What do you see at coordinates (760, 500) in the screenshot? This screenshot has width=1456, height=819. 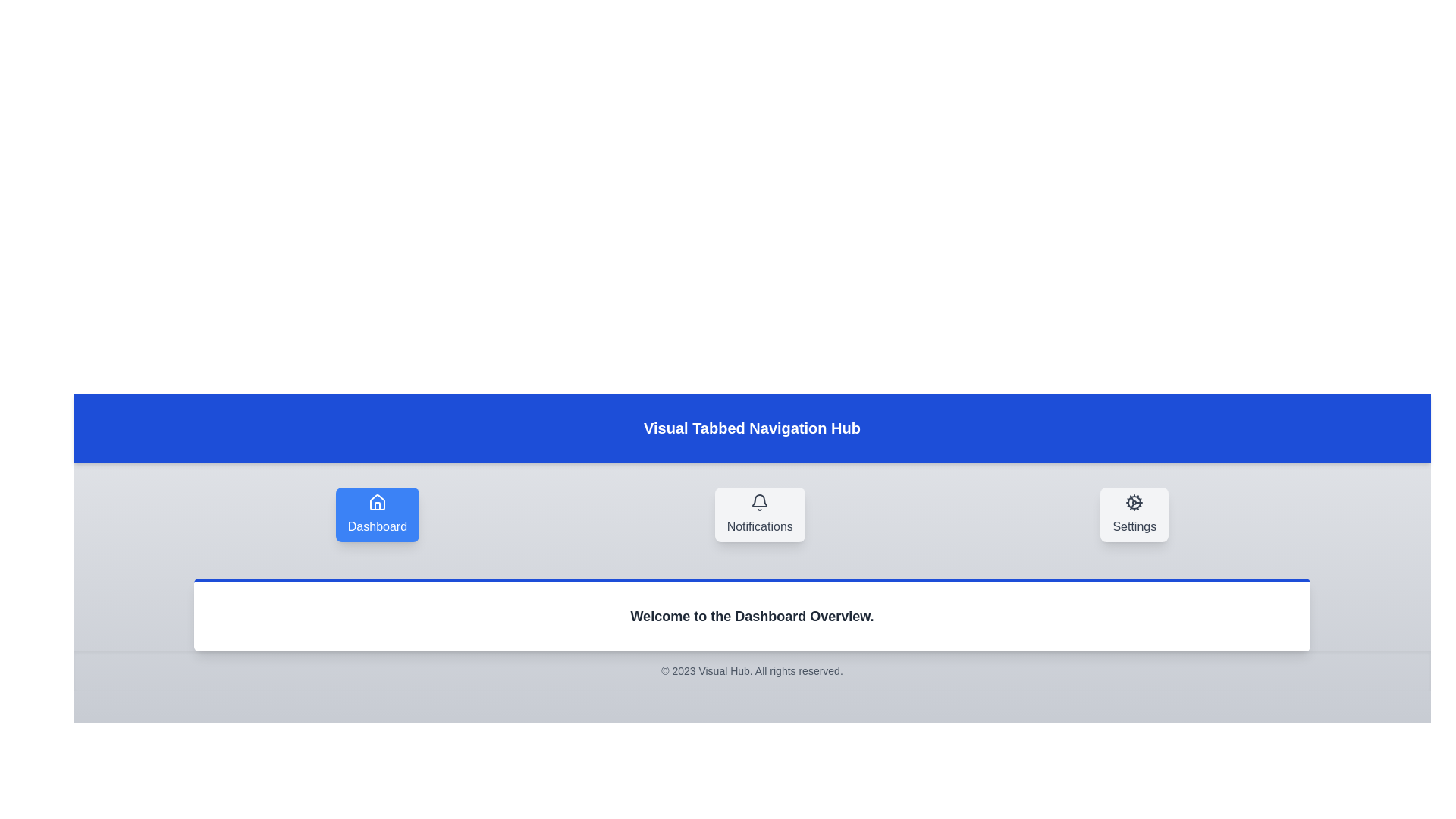 I see `upper curved structure of the bell icon located within the notification button region using browser developer tools` at bounding box center [760, 500].